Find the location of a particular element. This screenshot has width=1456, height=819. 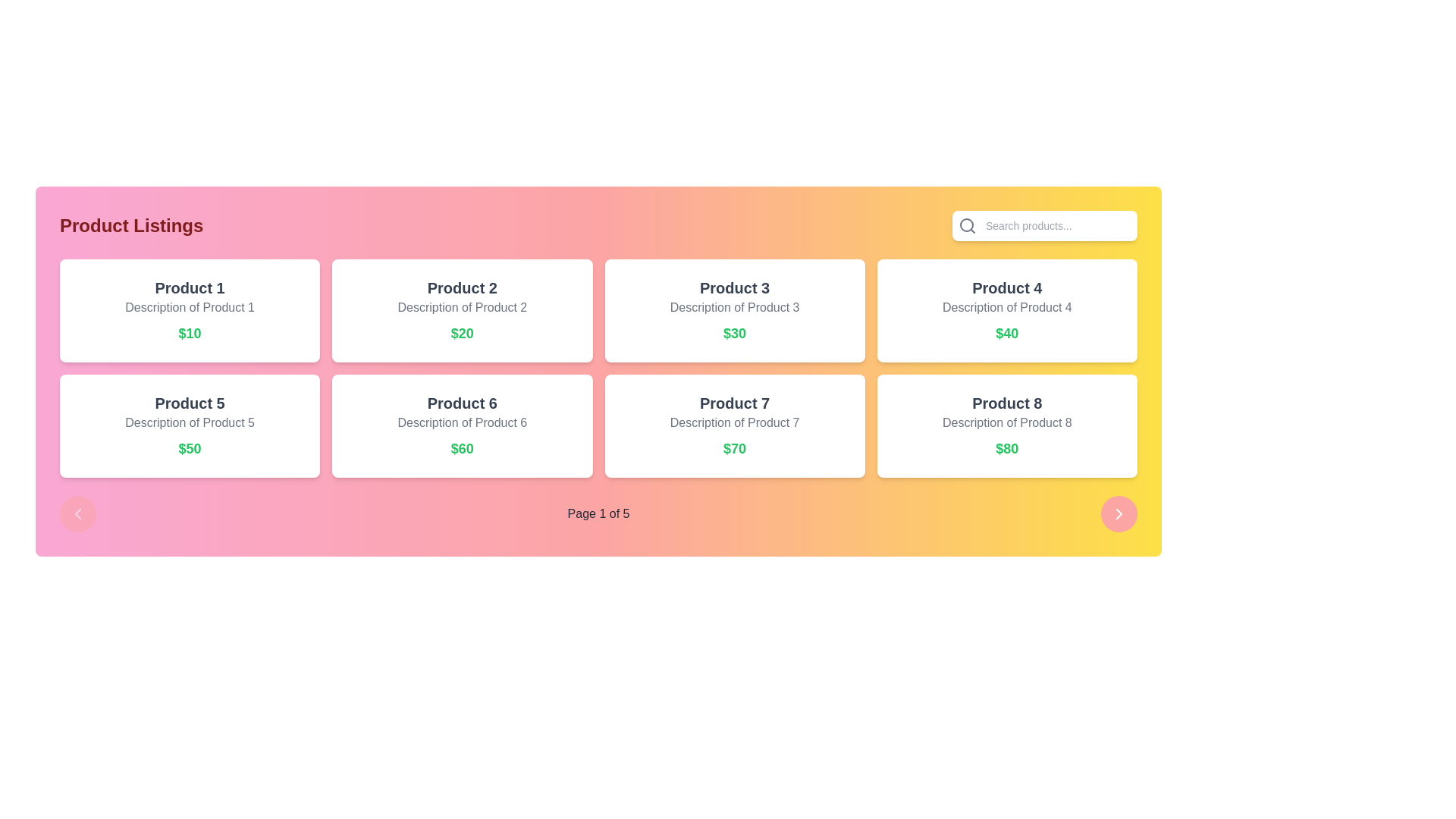

the label element displaying 'Product 6', which is styled in a larger, bold gray font and serves as a header for its associated product is located at coordinates (461, 403).